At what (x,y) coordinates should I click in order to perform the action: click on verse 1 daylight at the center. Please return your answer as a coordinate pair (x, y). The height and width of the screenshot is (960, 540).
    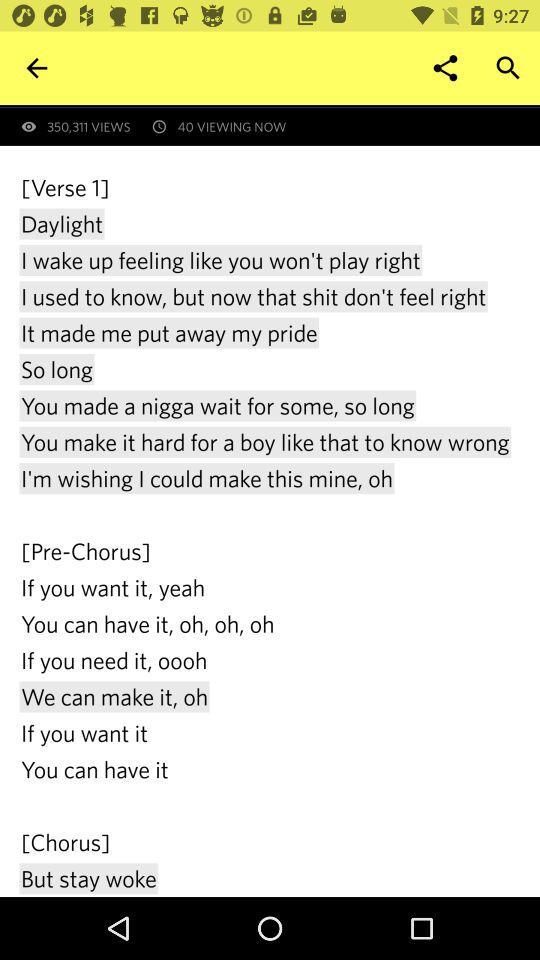
    Looking at the image, I should click on (270, 533).